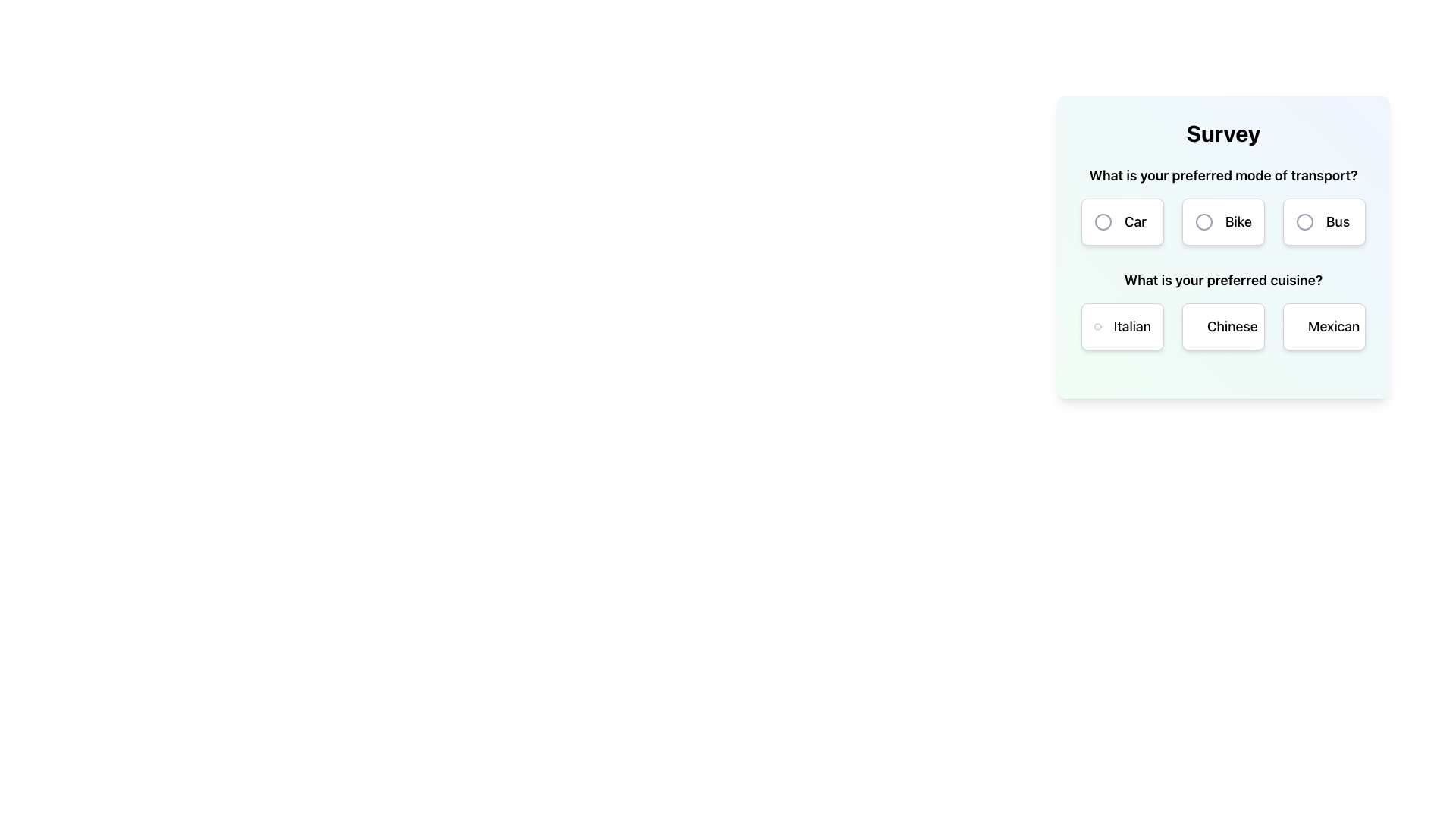 The image size is (1456, 819). What do you see at coordinates (1203, 222) in the screenshot?
I see `the 'Bike' radio button indicator by` at bounding box center [1203, 222].